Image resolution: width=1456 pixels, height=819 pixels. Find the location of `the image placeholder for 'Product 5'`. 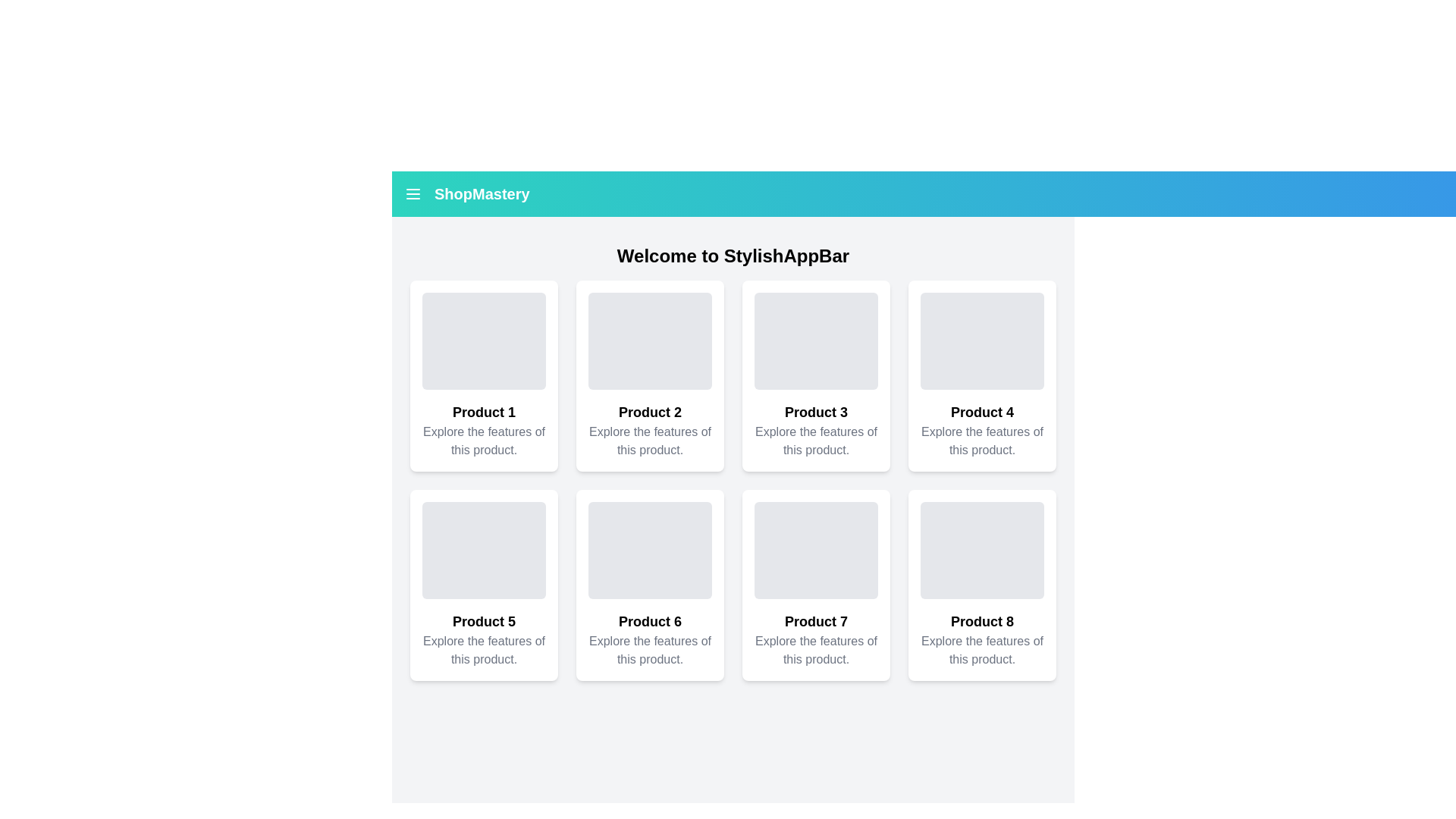

the image placeholder for 'Product 5' is located at coordinates (483, 550).